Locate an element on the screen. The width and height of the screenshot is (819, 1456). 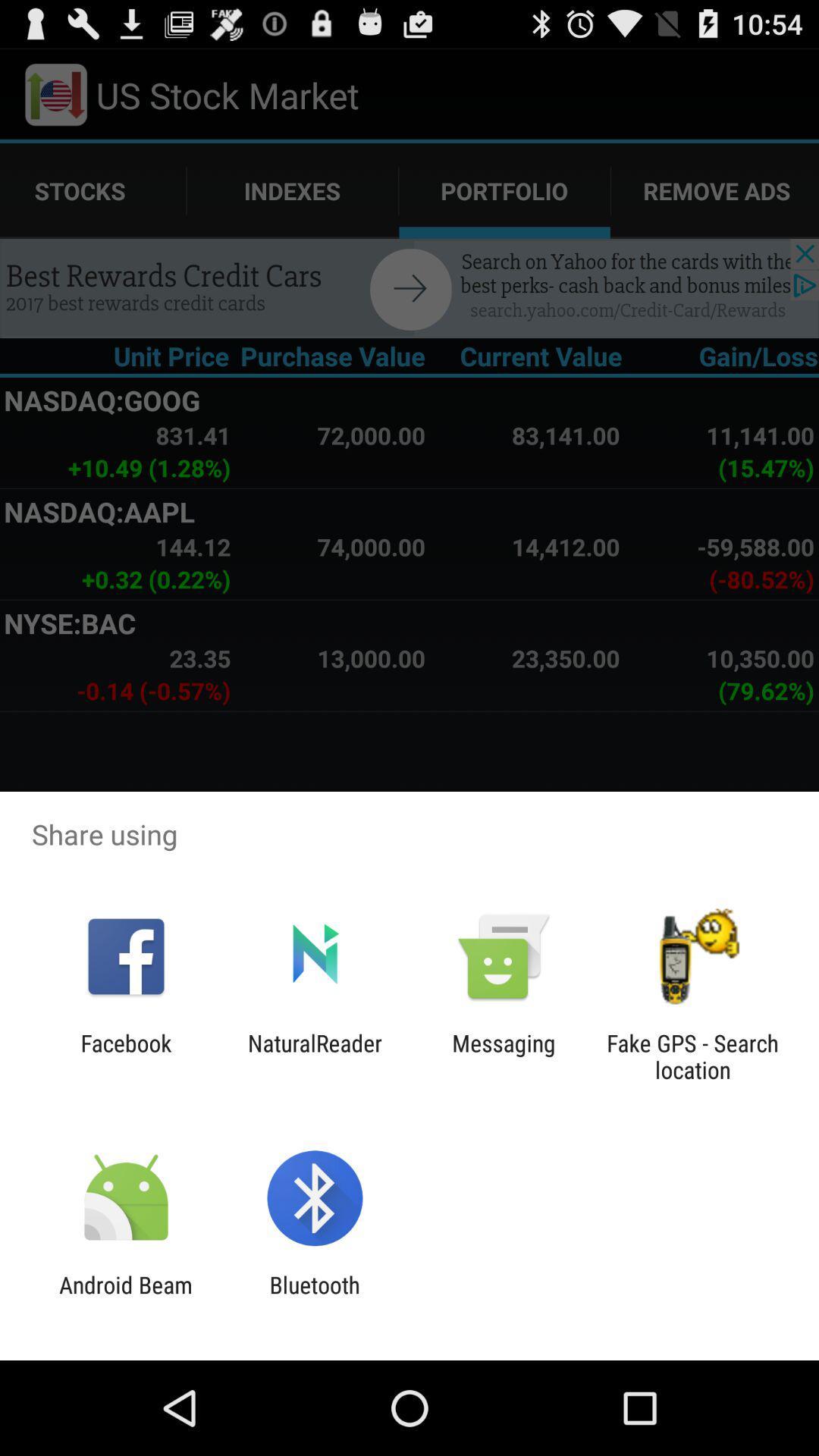
the item next to the naturalreader item is located at coordinates (504, 1056).